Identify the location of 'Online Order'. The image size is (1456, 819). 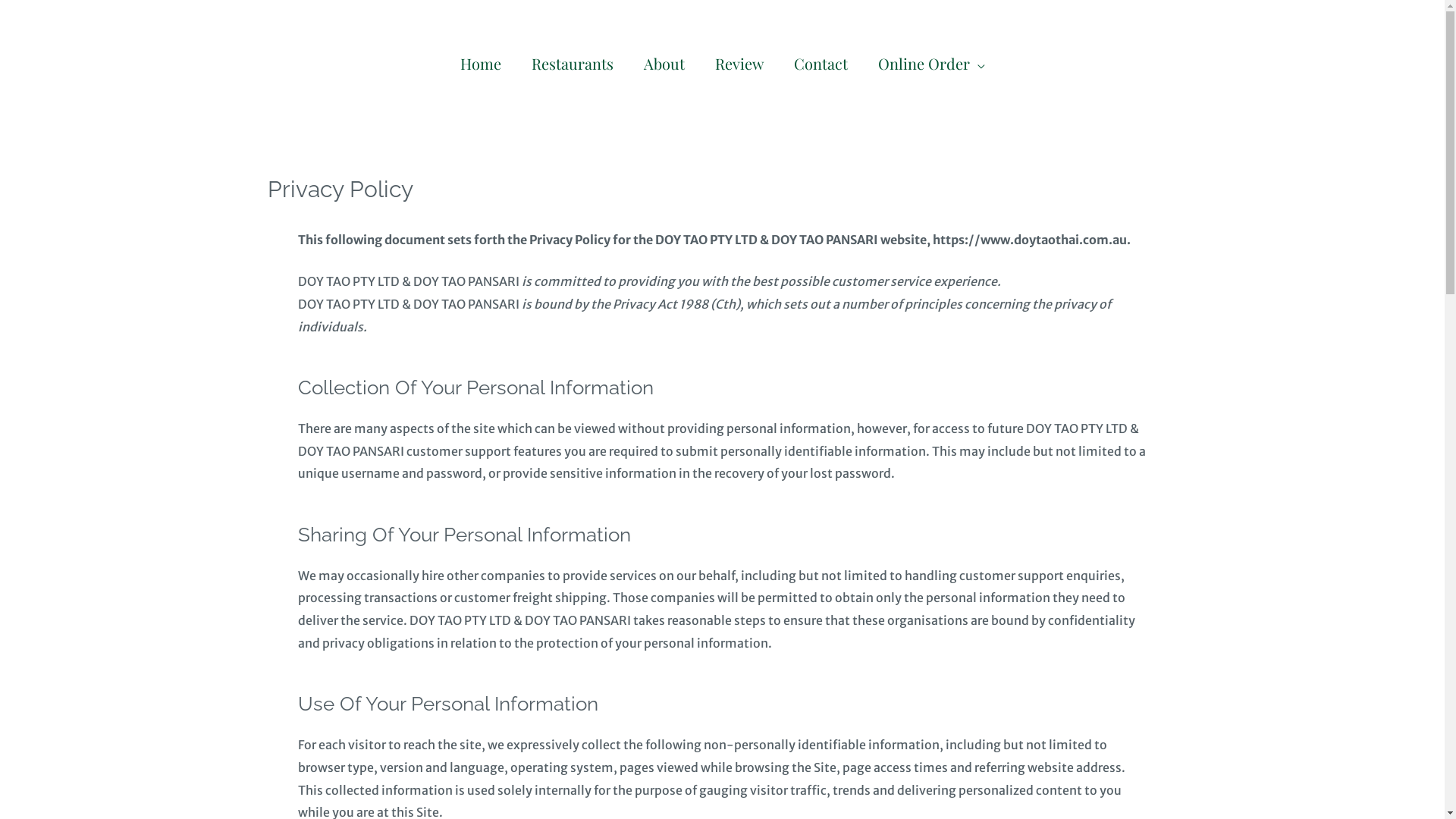
(930, 61).